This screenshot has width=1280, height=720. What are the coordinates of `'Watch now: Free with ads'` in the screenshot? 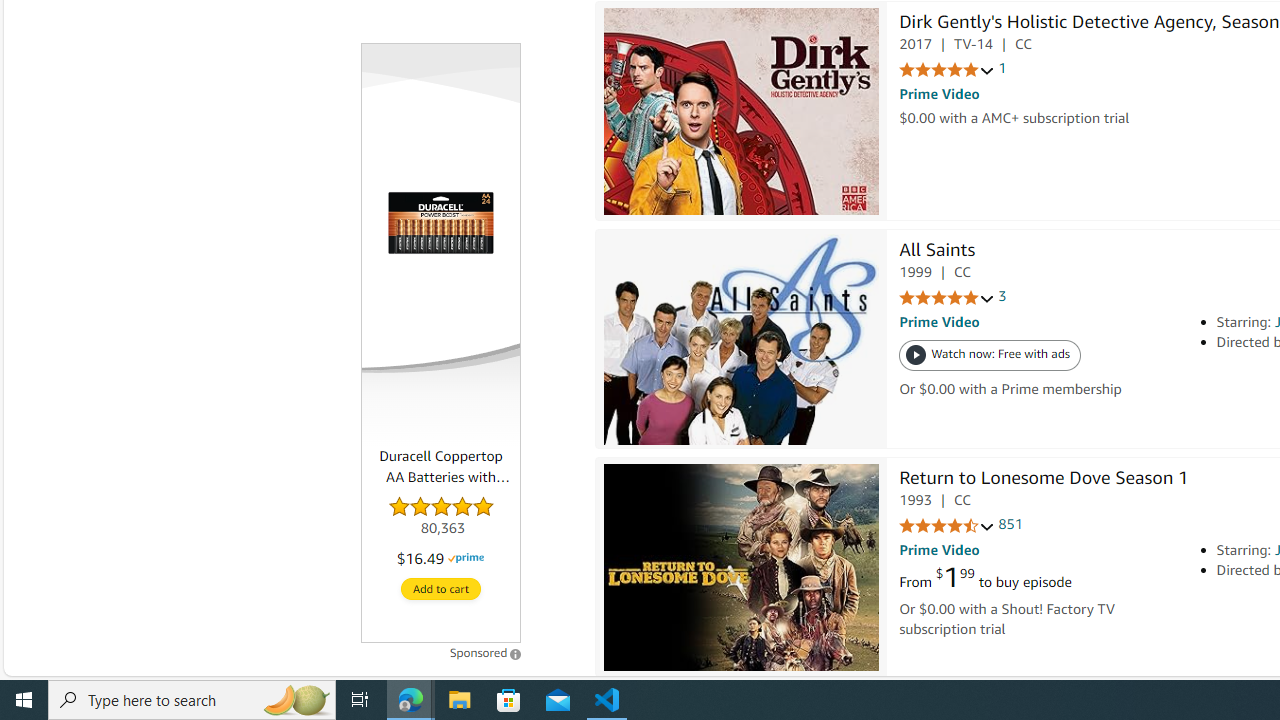 It's located at (990, 355).